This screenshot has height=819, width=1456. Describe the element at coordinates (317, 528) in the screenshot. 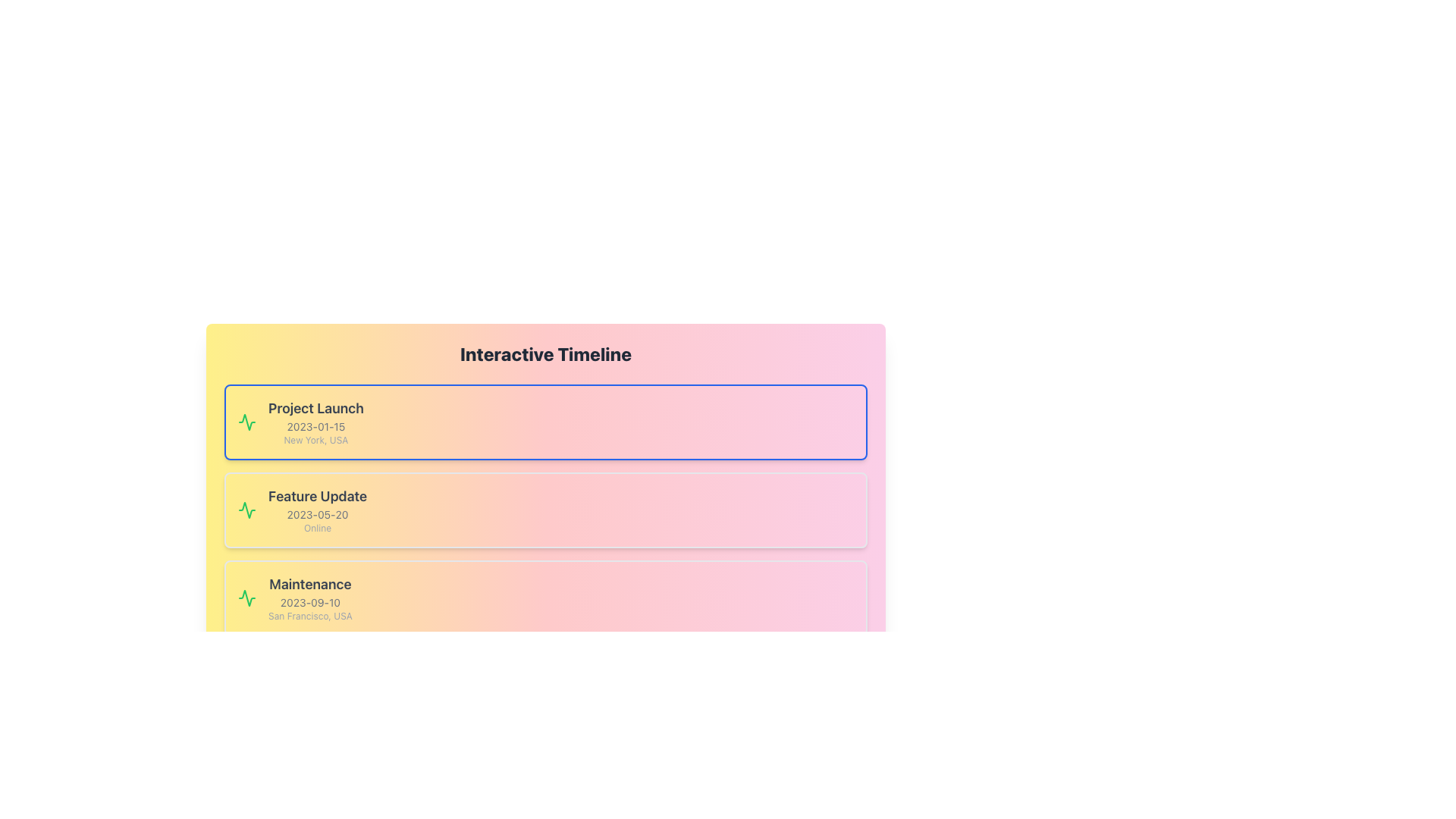

I see `the static text element that displays the word 'Online', which is located beneath the date text in the 'Feature Update' timeline entry` at that location.